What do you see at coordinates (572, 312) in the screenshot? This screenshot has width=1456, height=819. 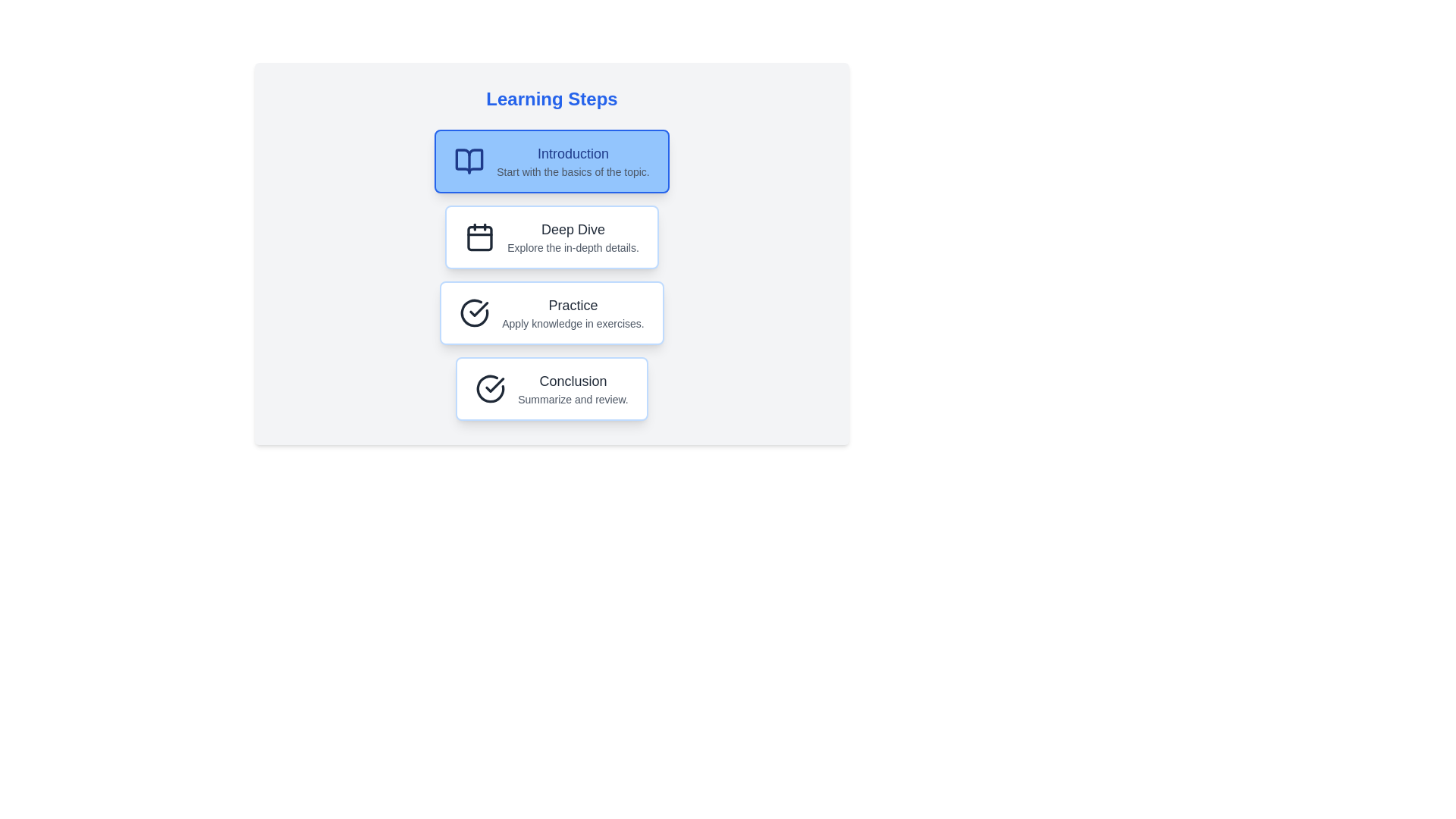 I see `the 'Practice' button, which features a bold title and a subtitle, located as the third item in a vertical list of interactive components` at bounding box center [572, 312].